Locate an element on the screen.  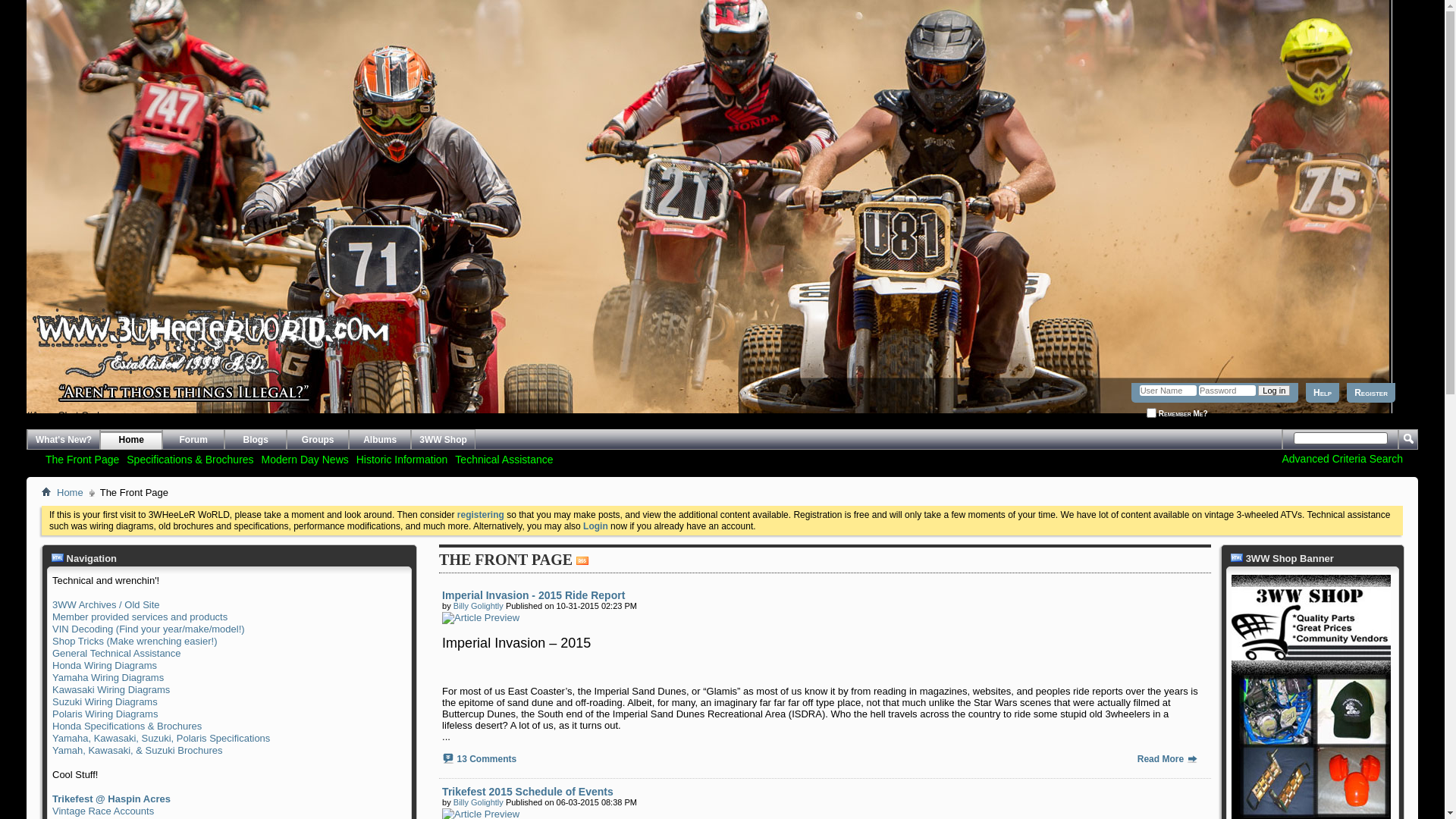
'Honda Wiring Diagrams' is located at coordinates (104, 664).